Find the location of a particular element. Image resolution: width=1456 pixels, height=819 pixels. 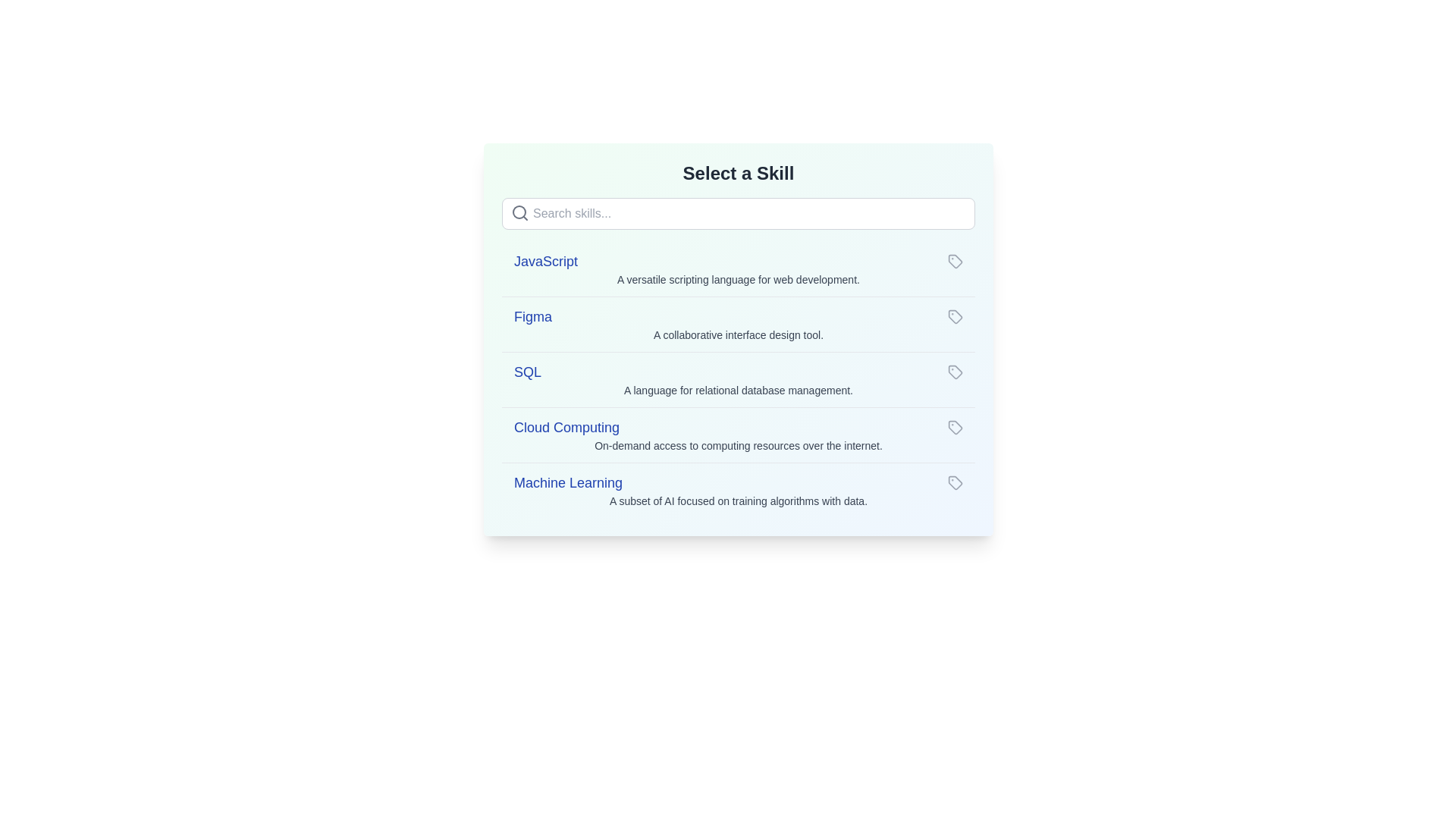

the fourth list item that displays information about 'Cloud Computing', positioned between 'SQL' and 'Machine Learning' is located at coordinates (739, 435).